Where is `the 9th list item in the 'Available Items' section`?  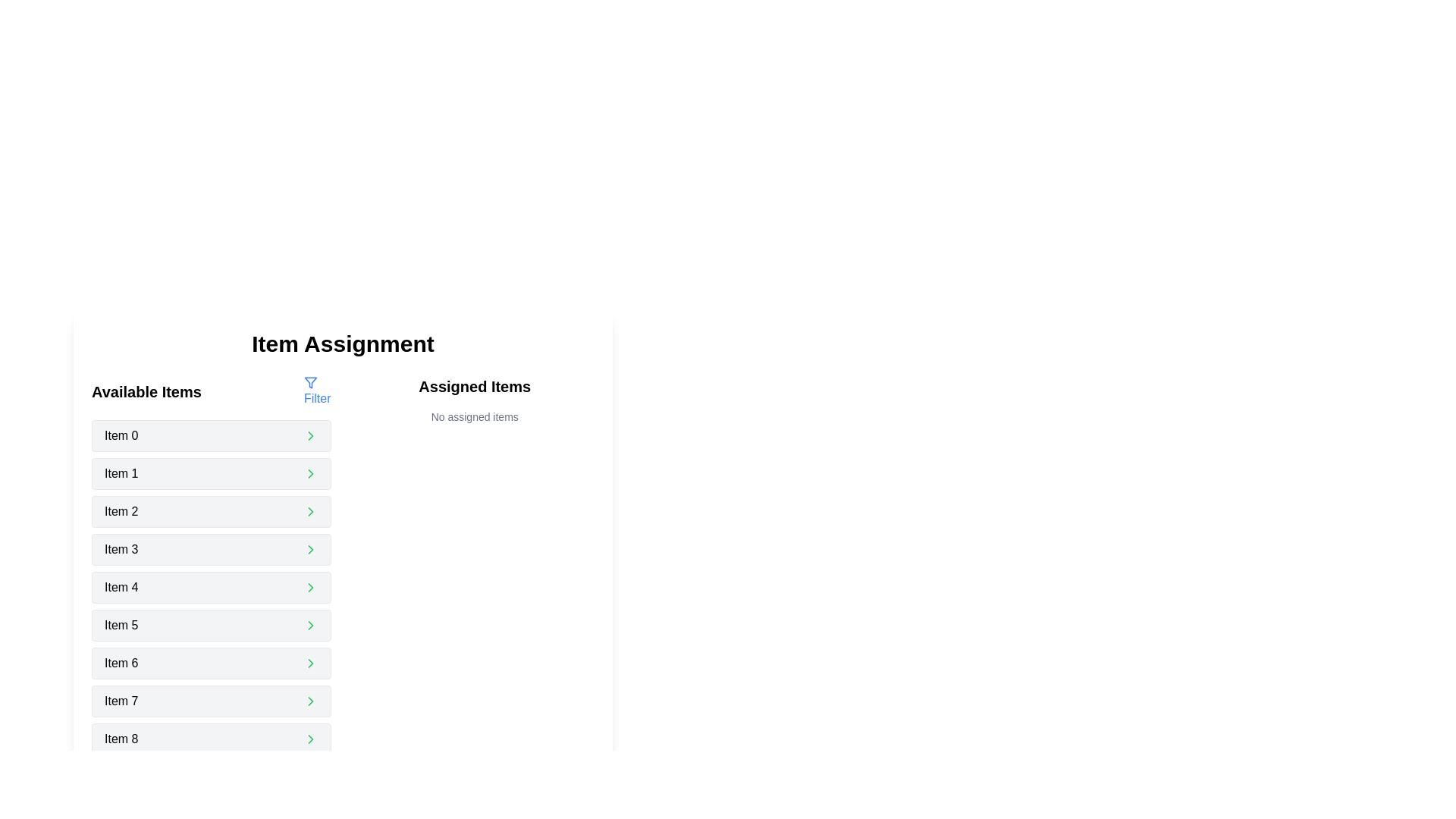
the 9th list item in the 'Available Items' section is located at coordinates (210, 739).